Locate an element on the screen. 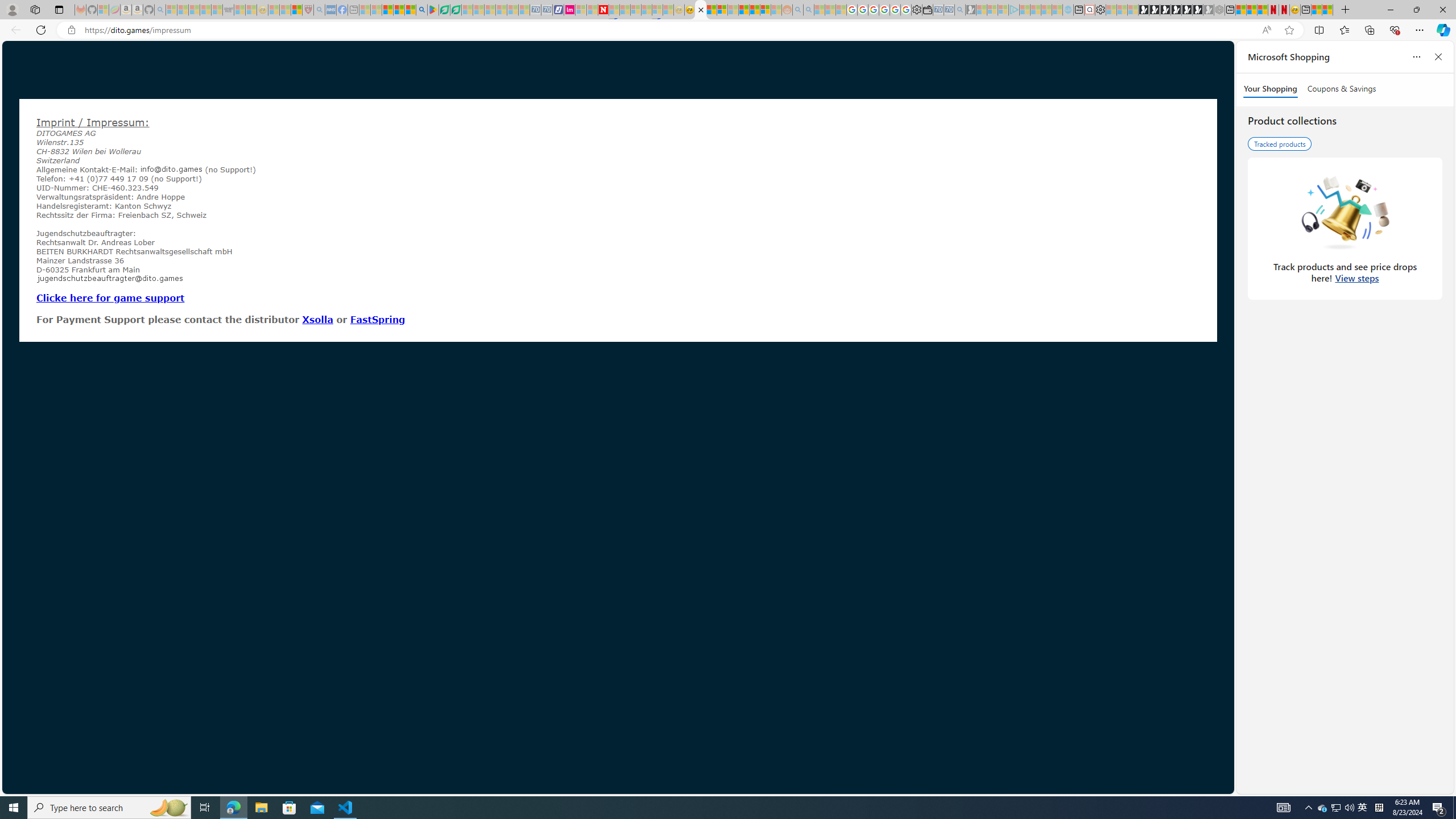 This screenshot has width=1456, height=819. 'Wildlife - MSN' is located at coordinates (1316, 9).